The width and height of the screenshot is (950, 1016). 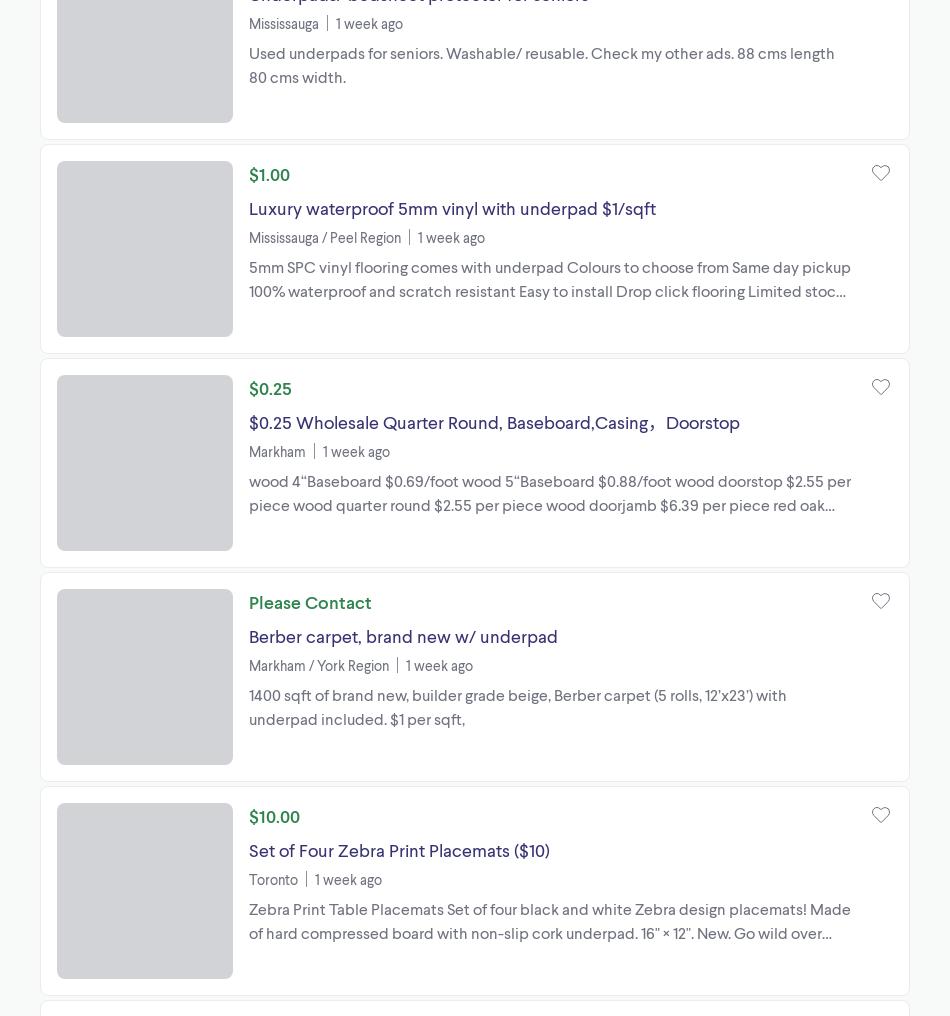 What do you see at coordinates (272, 878) in the screenshot?
I see `'Toronto'` at bounding box center [272, 878].